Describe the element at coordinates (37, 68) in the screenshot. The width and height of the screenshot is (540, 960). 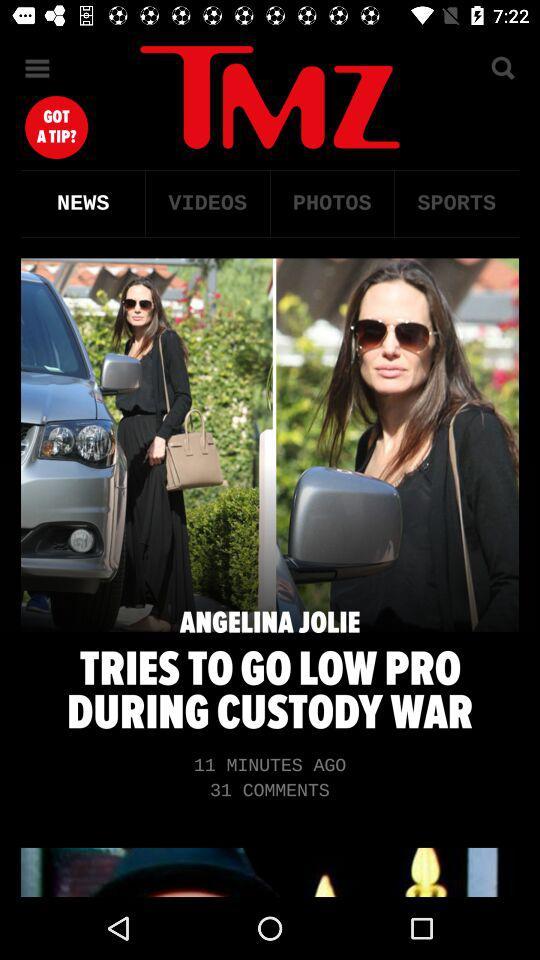
I see `customize option` at that location.